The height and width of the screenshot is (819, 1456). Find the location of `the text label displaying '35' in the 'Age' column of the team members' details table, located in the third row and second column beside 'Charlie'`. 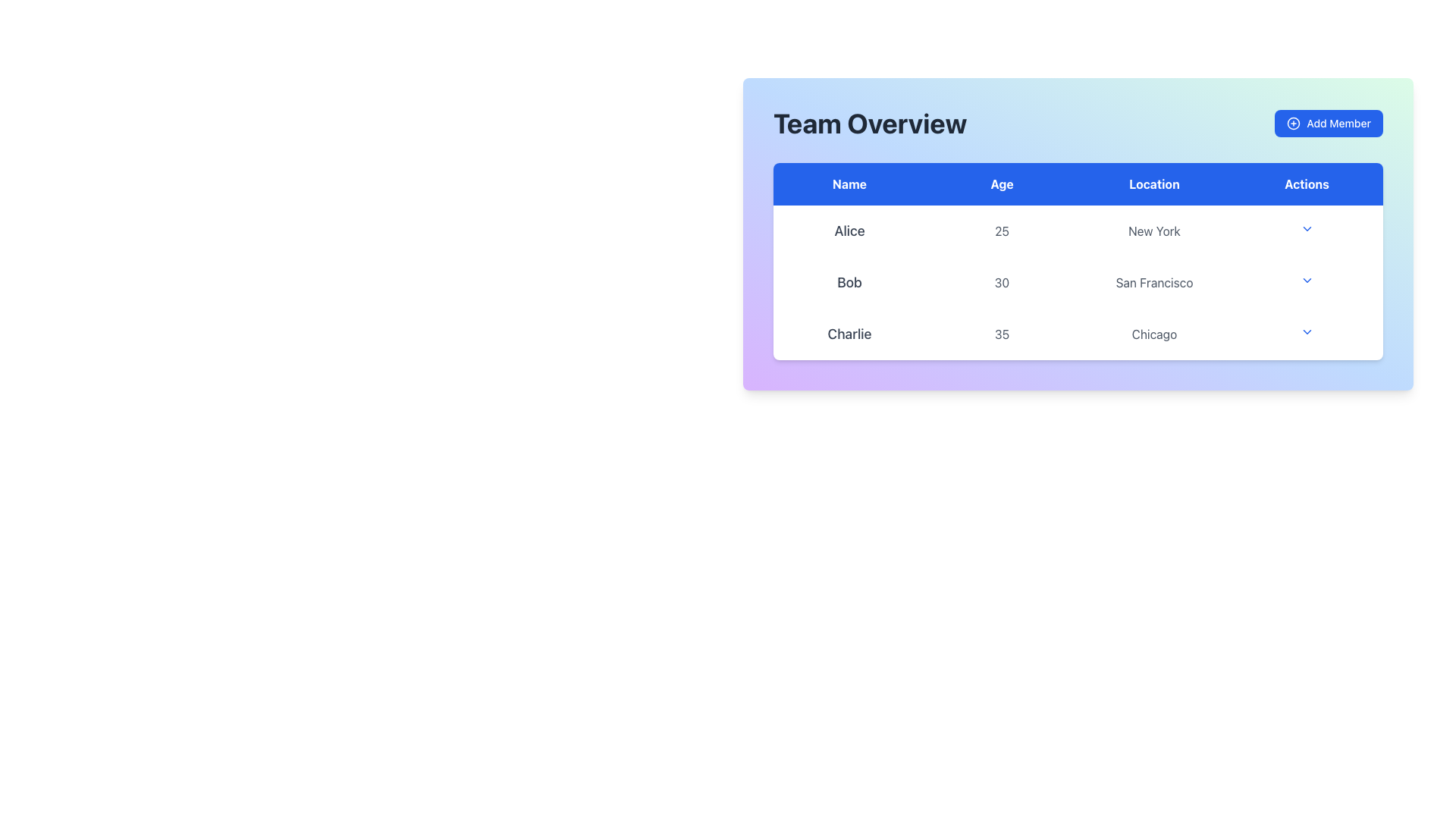

the text label displaying '35' in the 'Age' column of the team members' details table, located in the third row and second column beside 'Charlie' is located at coordinates (1002, 333).